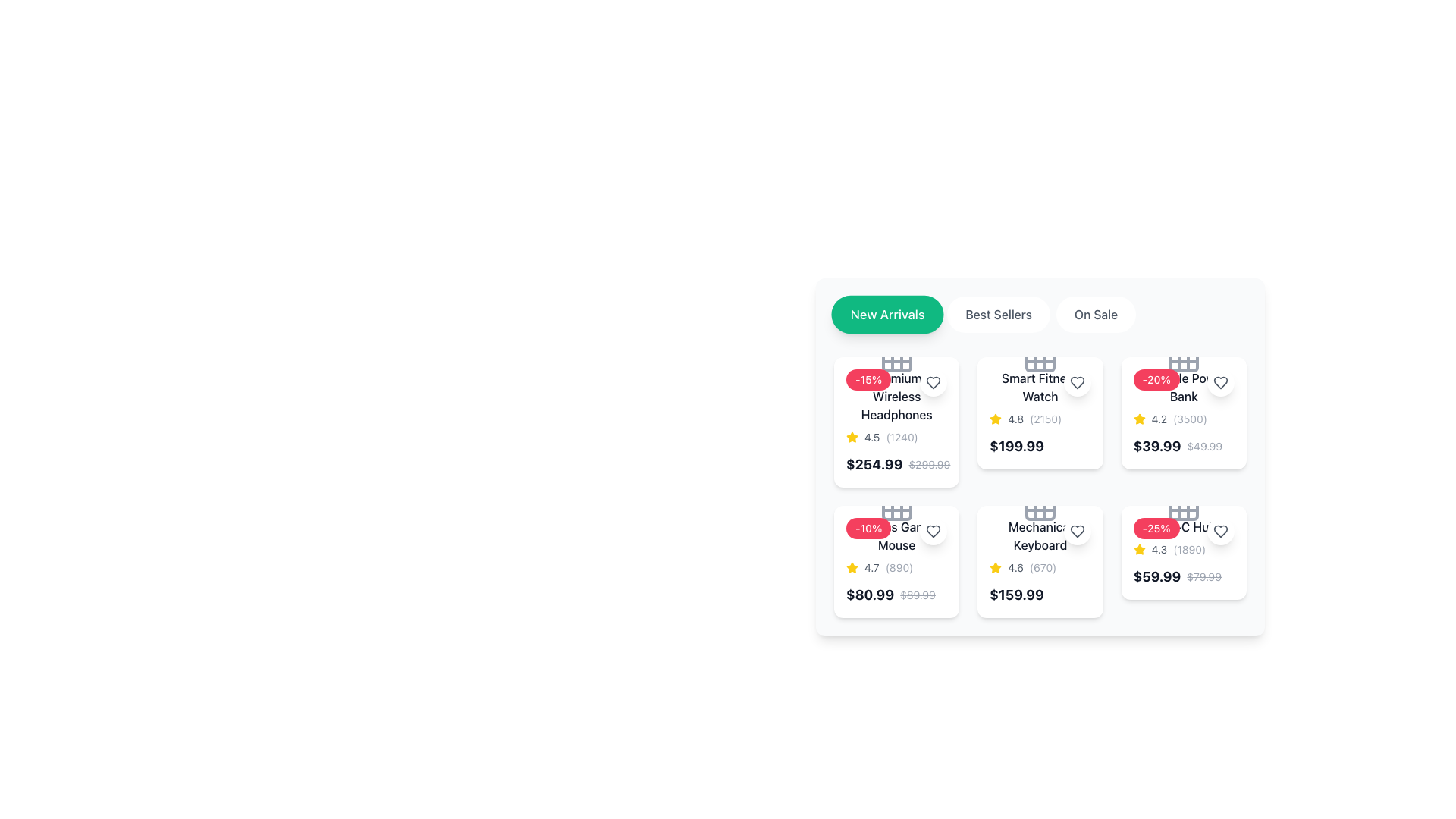 Image resolution: width=1456 pixels, height=819 pixels. What do you see at coordinates (899, 567) in the screenshot?
I see `text from the Text Label that shows the number of reviews or ratings associated with a product, specifically the element located to the right of the rating text '4.7'` at bounding box center [899, 567].